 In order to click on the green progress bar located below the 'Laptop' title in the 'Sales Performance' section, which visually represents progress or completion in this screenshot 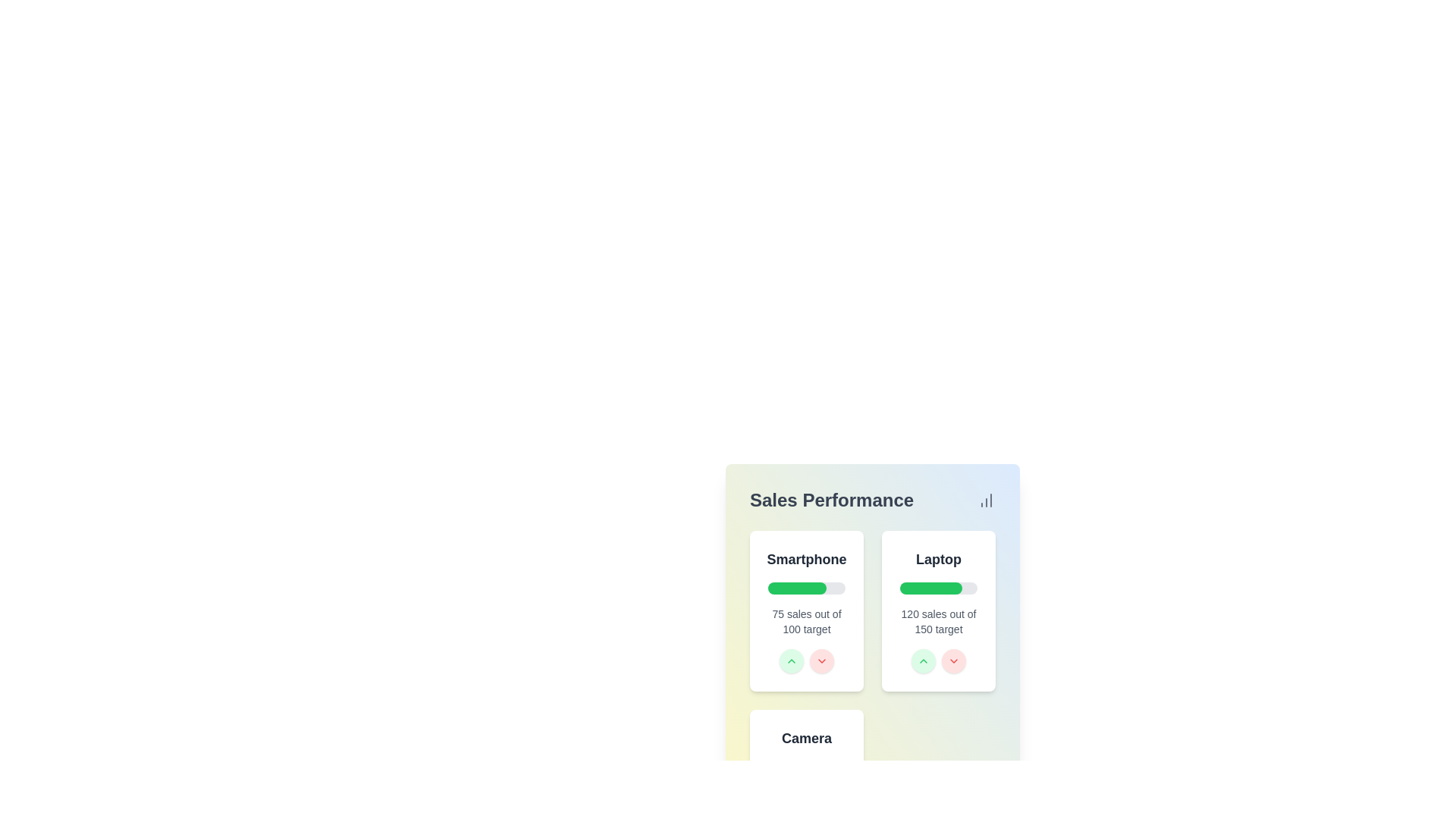, I will do `click(930, 587)`.